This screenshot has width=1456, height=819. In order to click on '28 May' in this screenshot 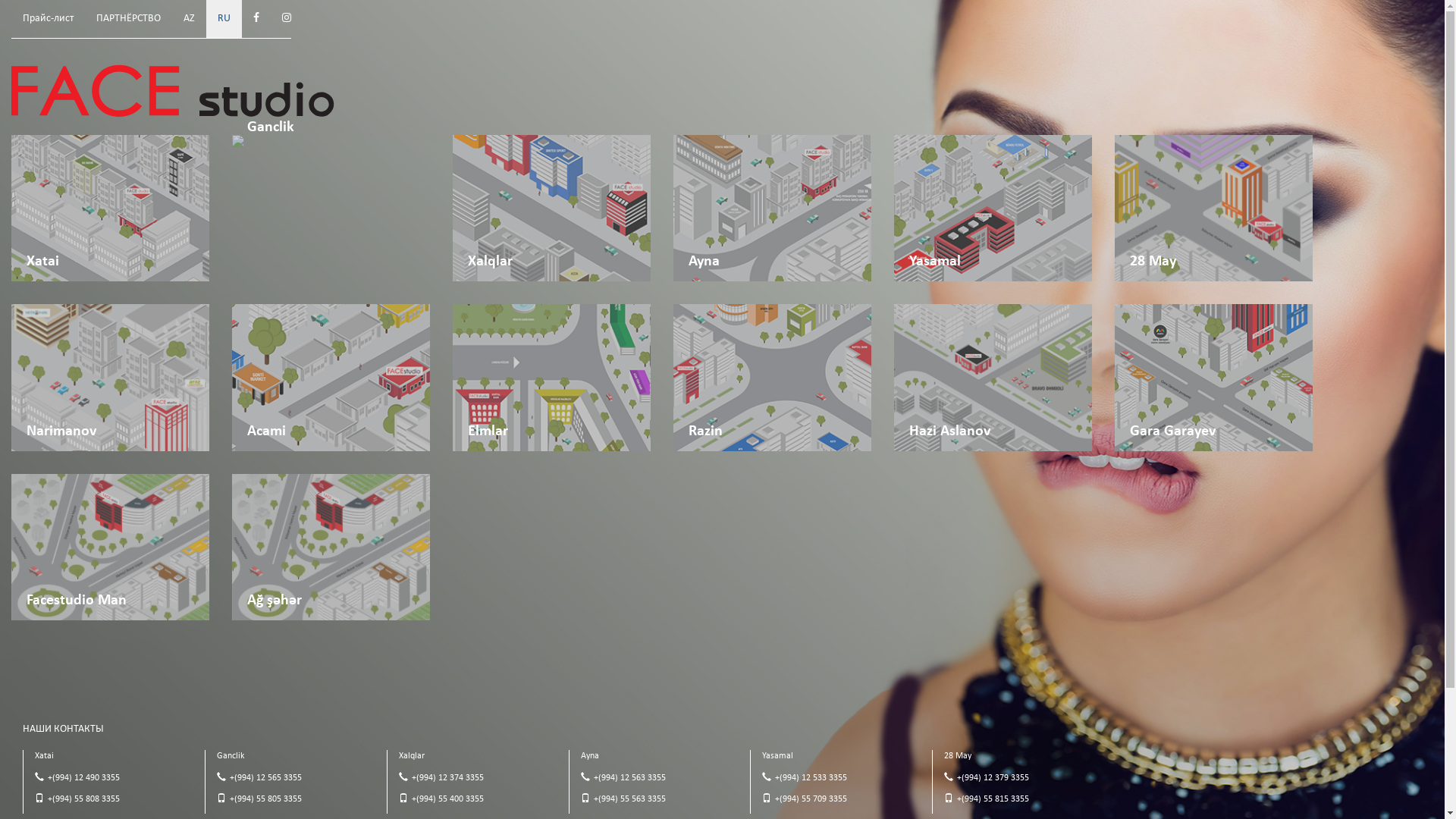, I will do `click(1114, 208)`.